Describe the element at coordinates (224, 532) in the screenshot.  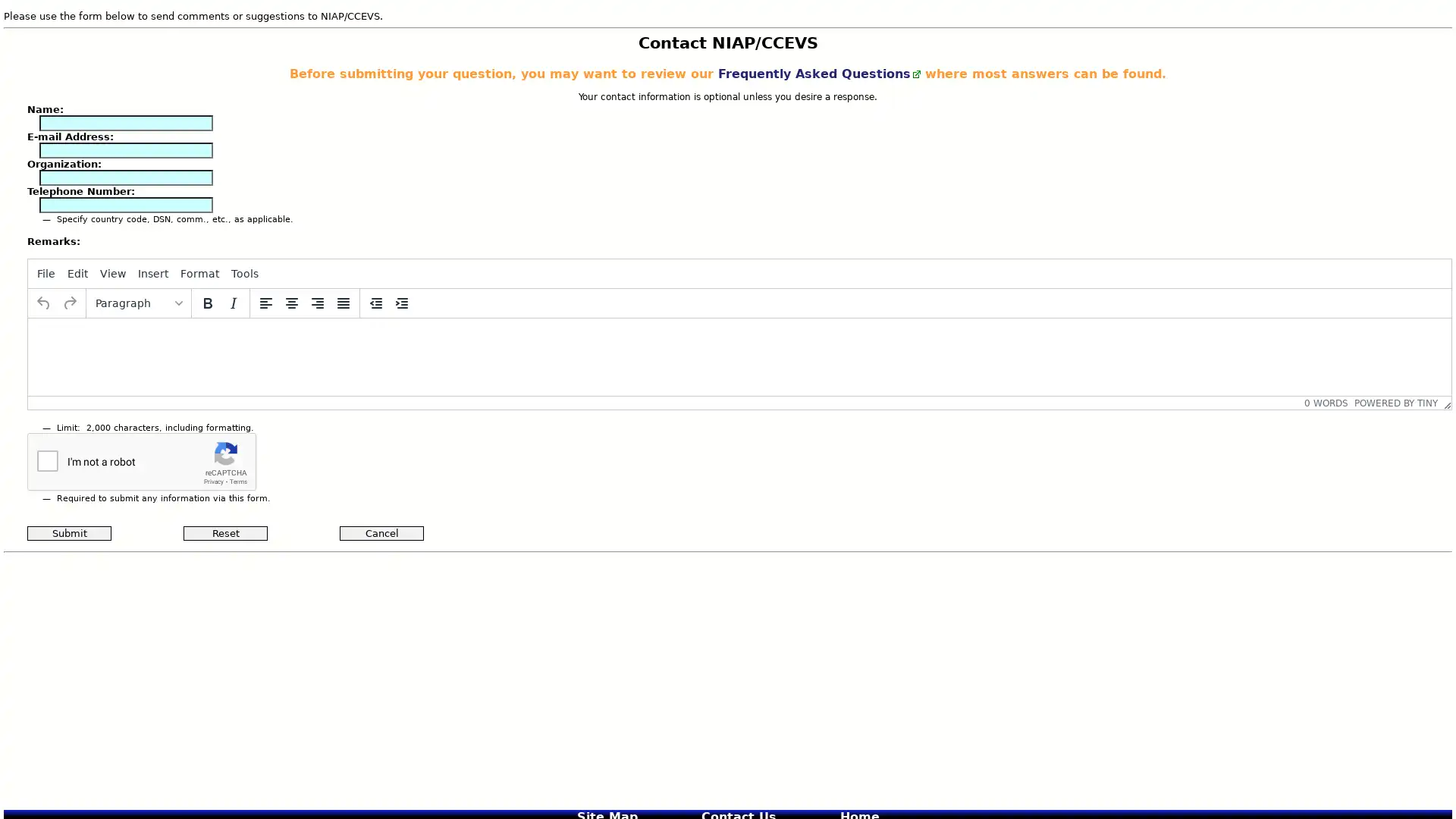
I see `Reset` at that location.